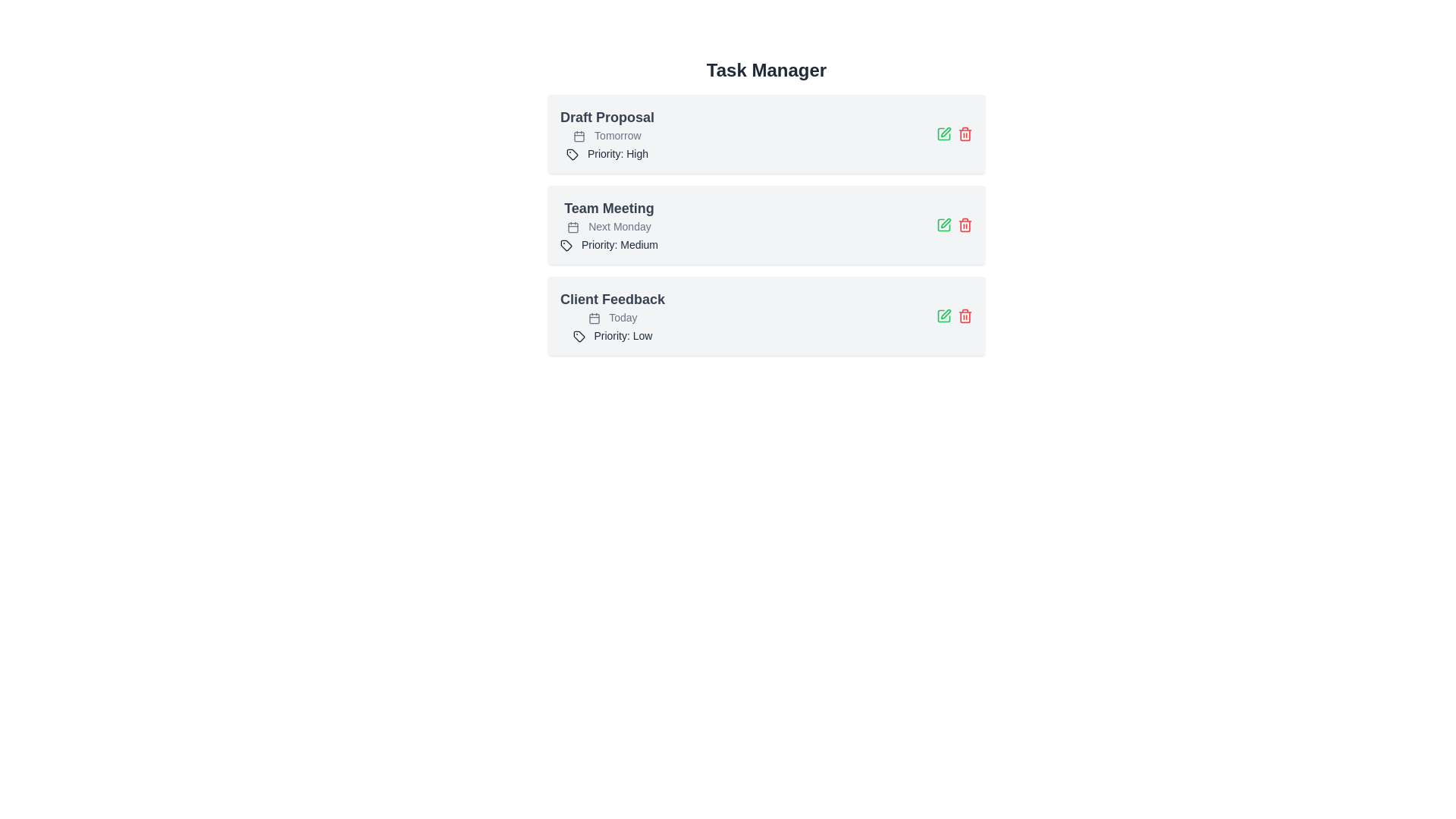  I want to click on details of the Task card widget located at the bottom of the task list, which includes the task title, associated date, and priority level, so click(767, 315).